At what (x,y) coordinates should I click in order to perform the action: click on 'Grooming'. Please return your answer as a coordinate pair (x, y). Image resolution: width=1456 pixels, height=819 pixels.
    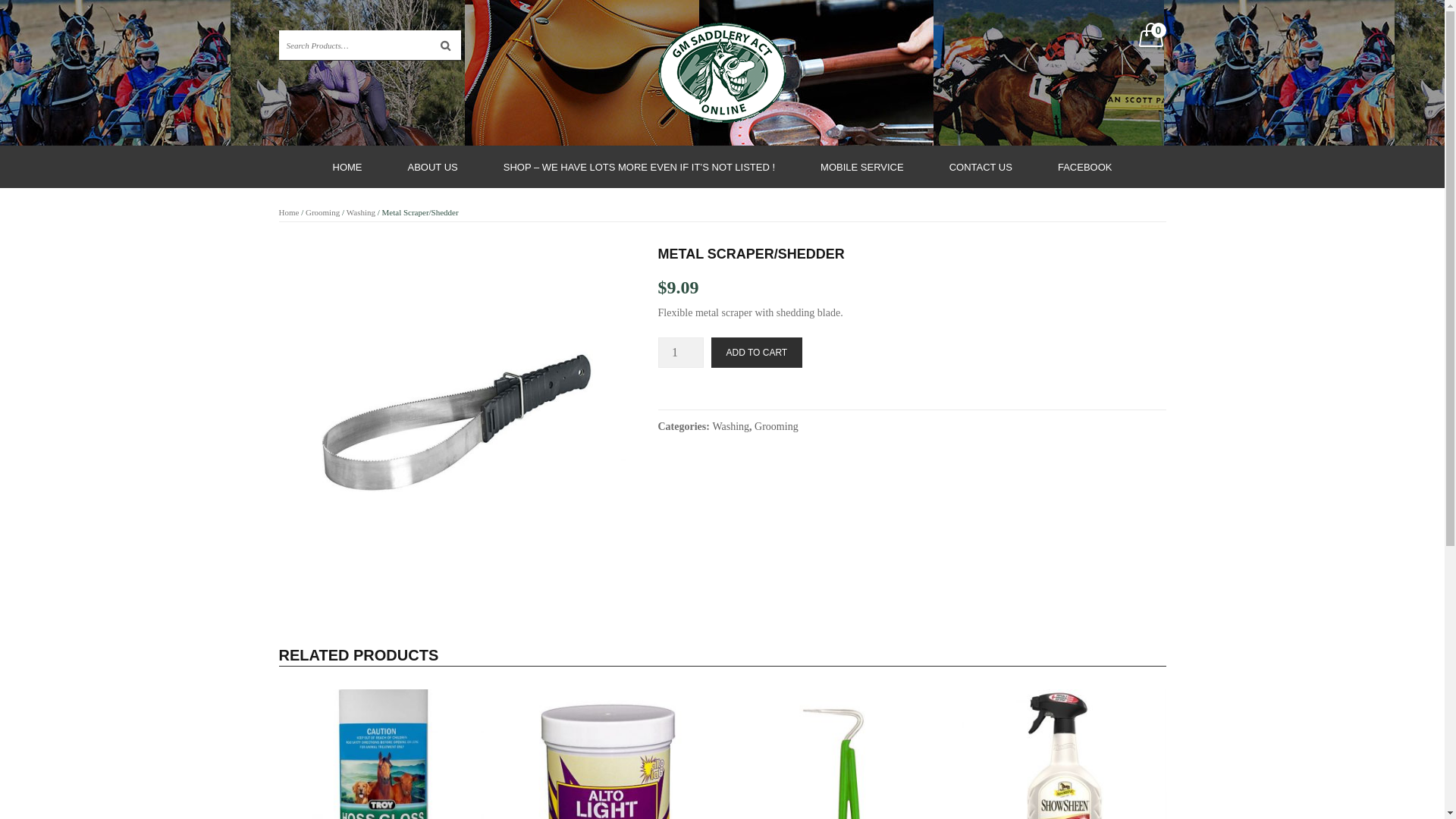
    Looking at the image, I should click on (322, 212).